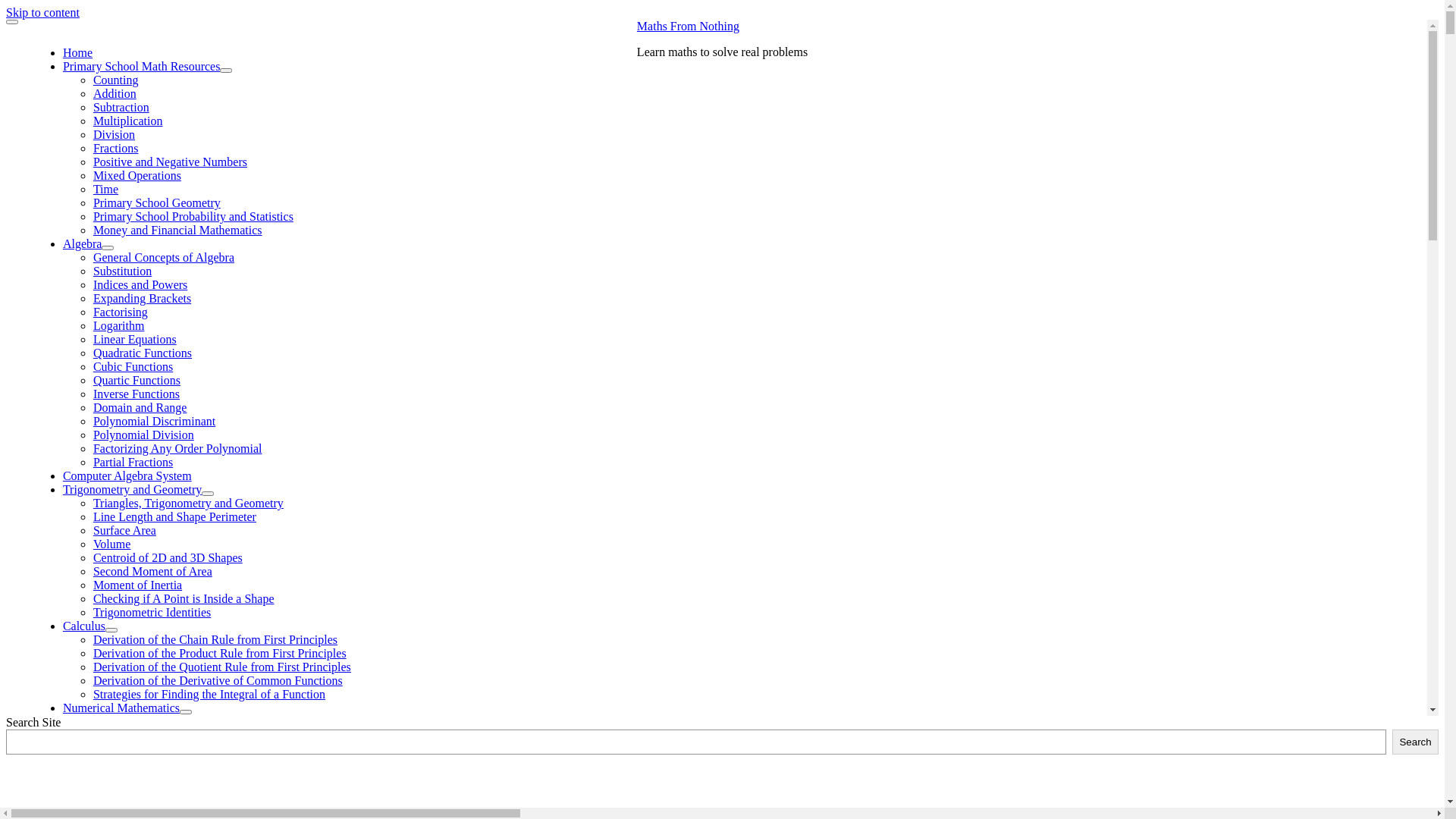  What do you see at coordinates (93, 379) in the screenshot?
I see `'Quartic Functions'` at bounding box center [93, 379].